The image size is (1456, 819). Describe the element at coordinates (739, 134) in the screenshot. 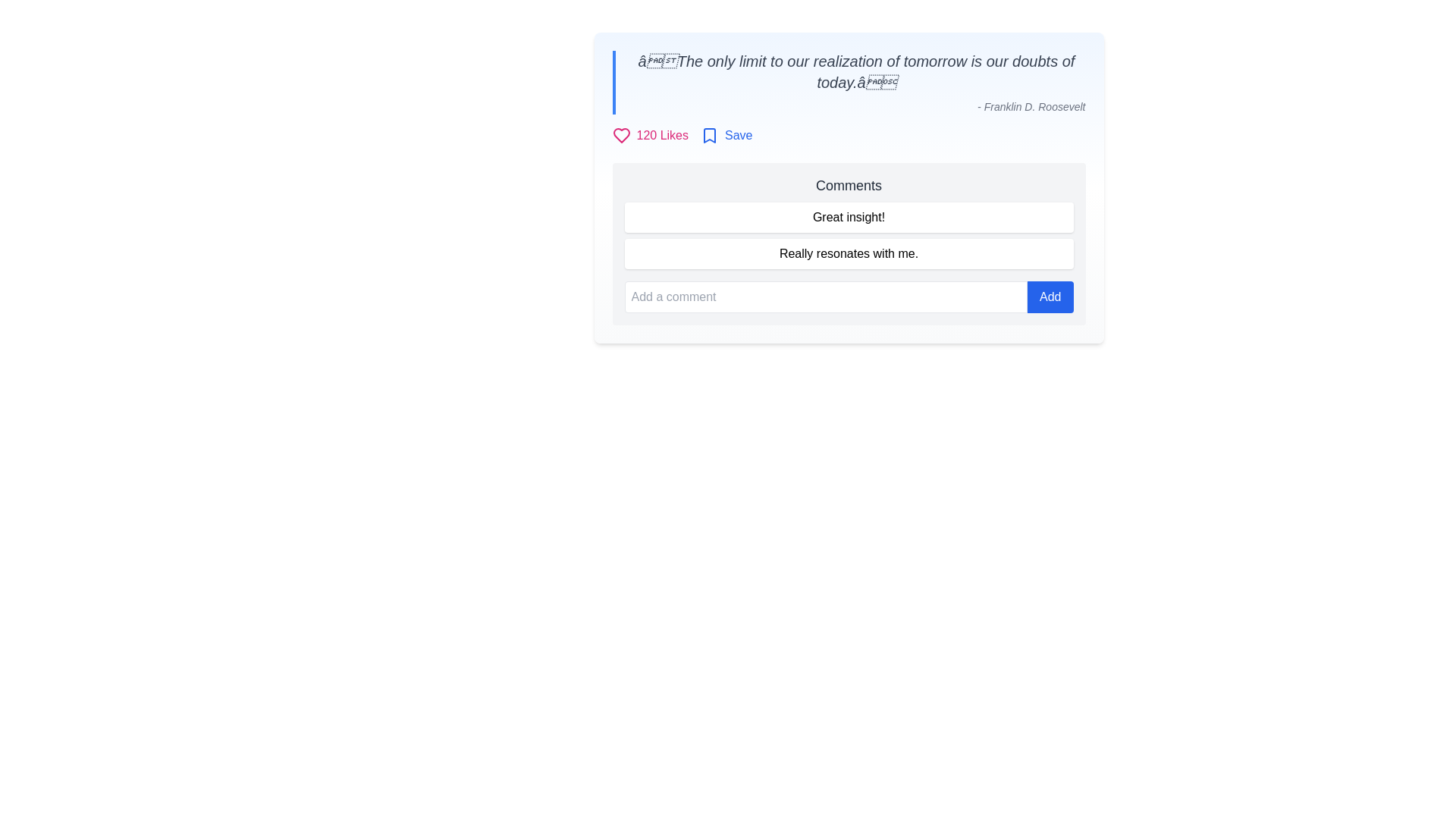

I see `the text label for the save action, which is located at the top part of the interface, aligned with a bookmark icon to its left` at that location.